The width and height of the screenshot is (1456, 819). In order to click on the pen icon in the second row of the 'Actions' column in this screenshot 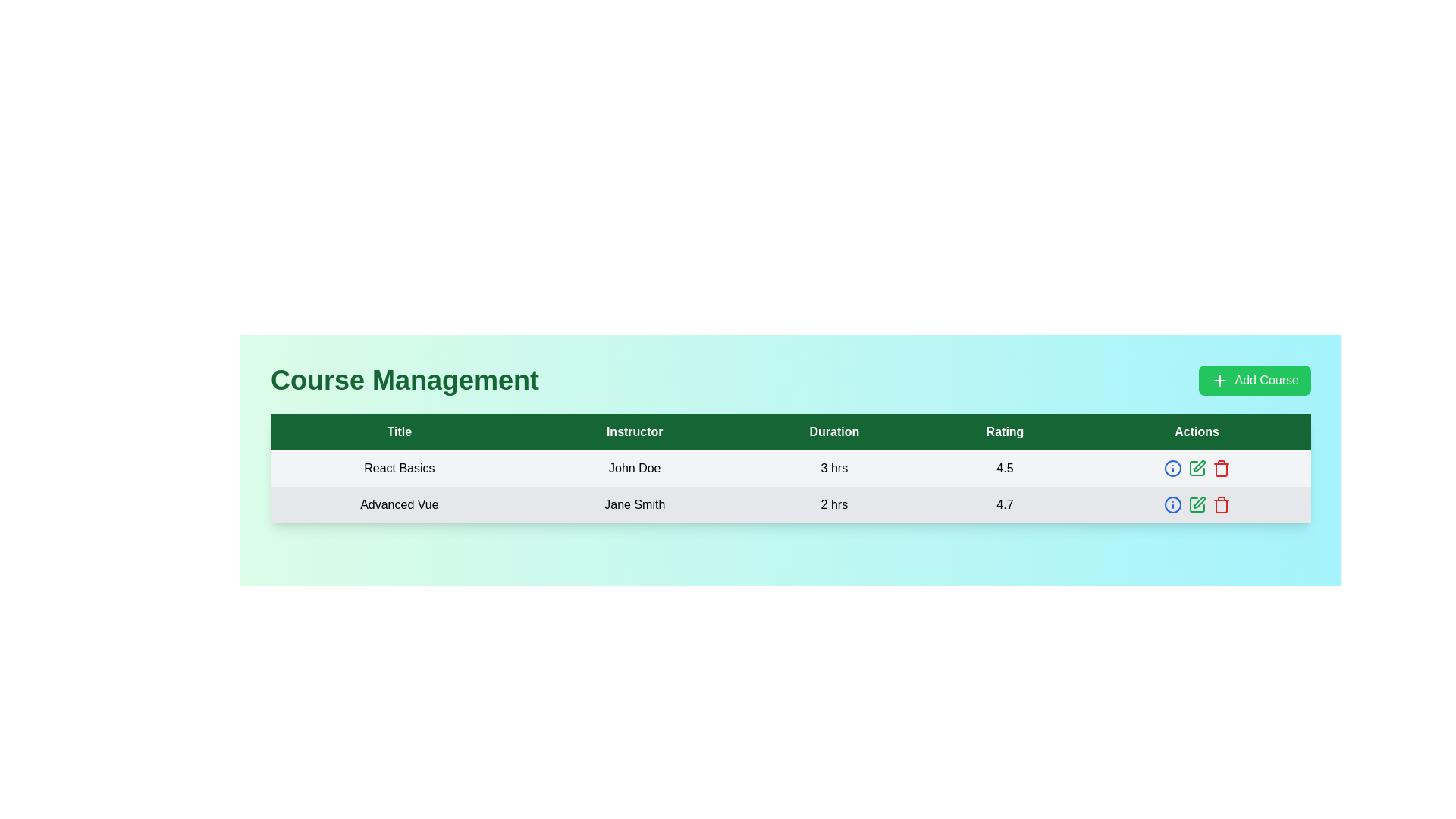, I will do `click(1196, 467)`.